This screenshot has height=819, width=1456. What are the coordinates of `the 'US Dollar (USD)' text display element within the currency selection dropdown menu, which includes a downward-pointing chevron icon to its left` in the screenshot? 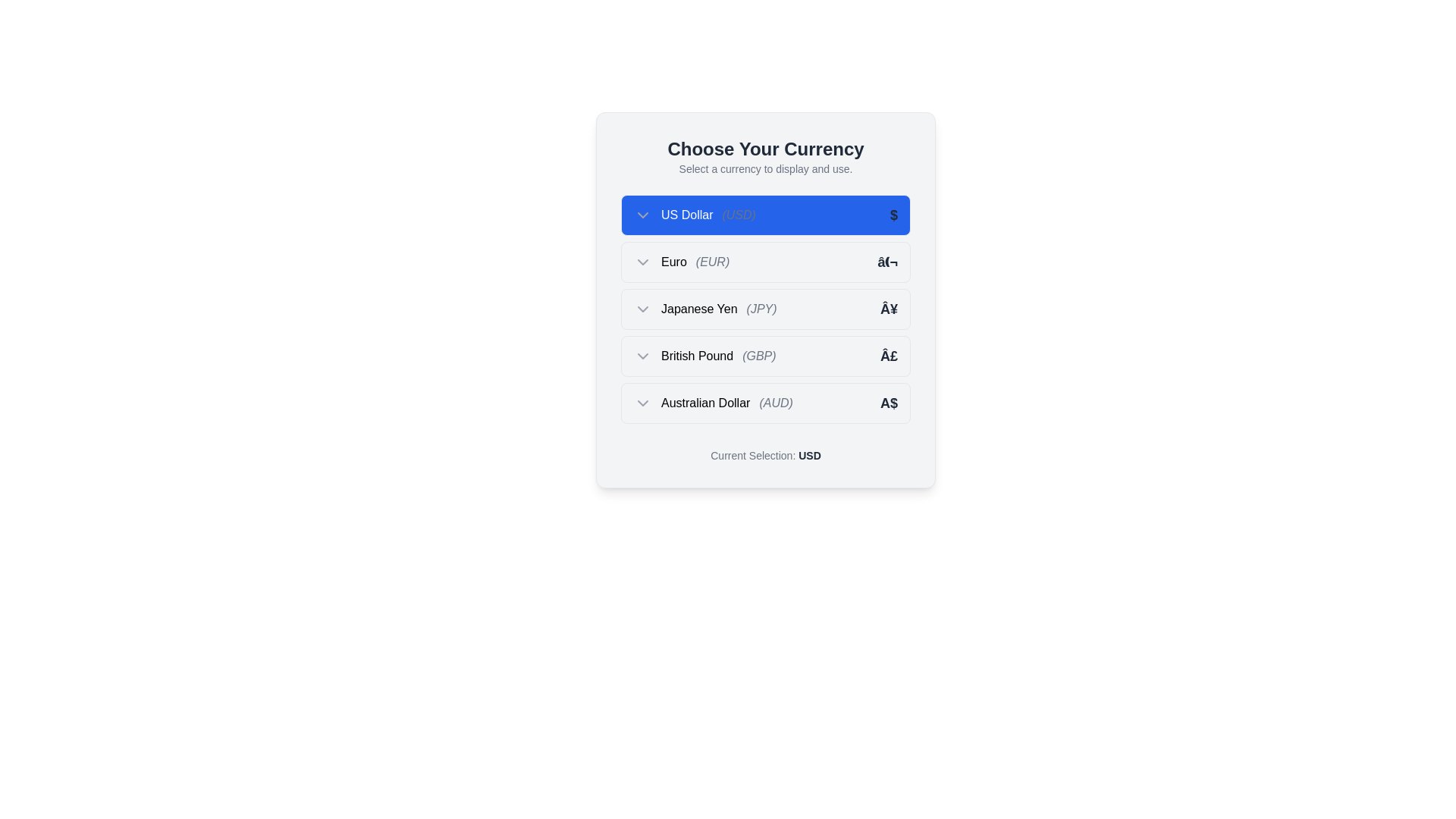 It's located at (694, 215).